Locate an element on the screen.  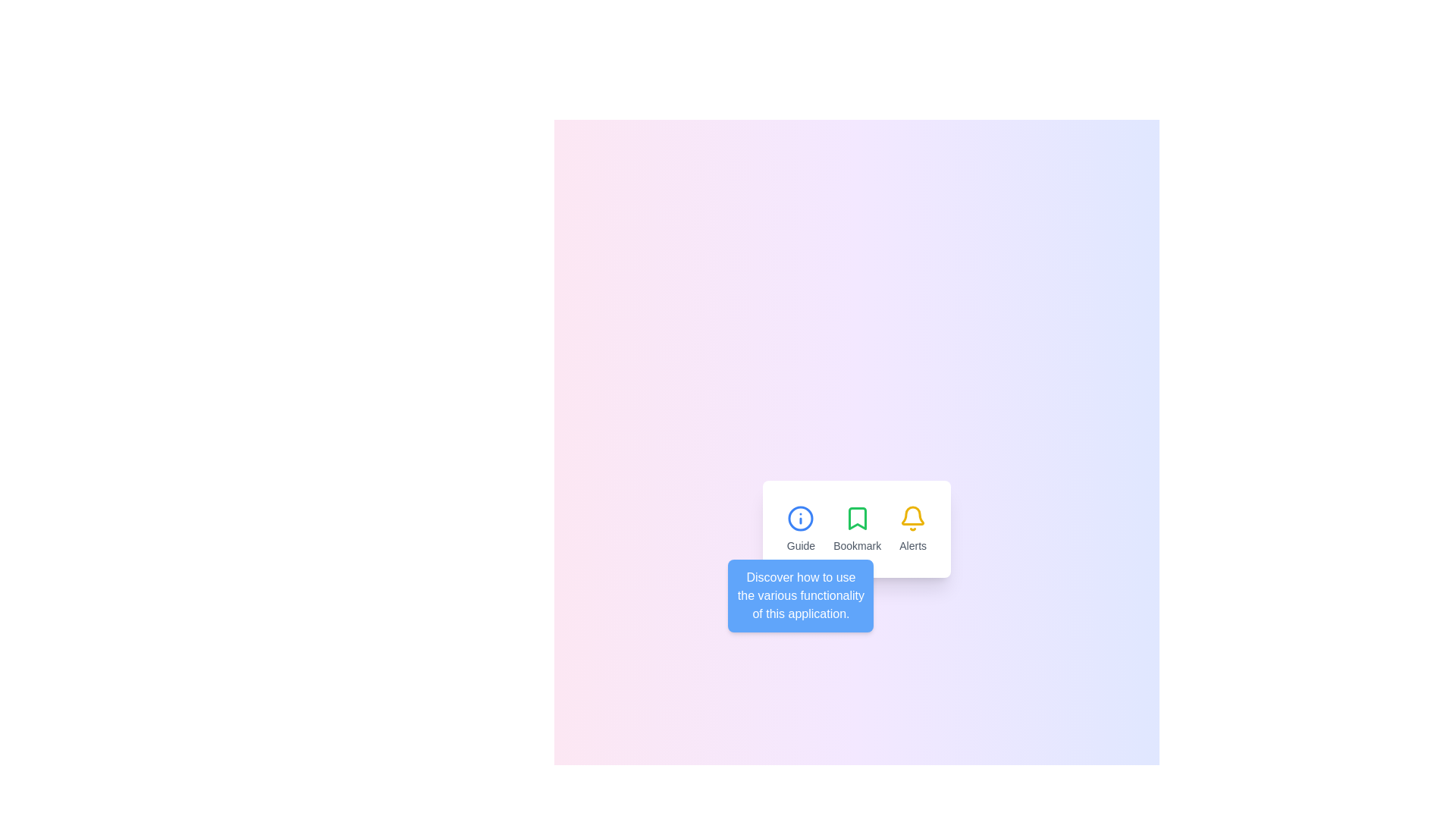
the yellow bell-shaped icon is located at coordinates (912, 517).